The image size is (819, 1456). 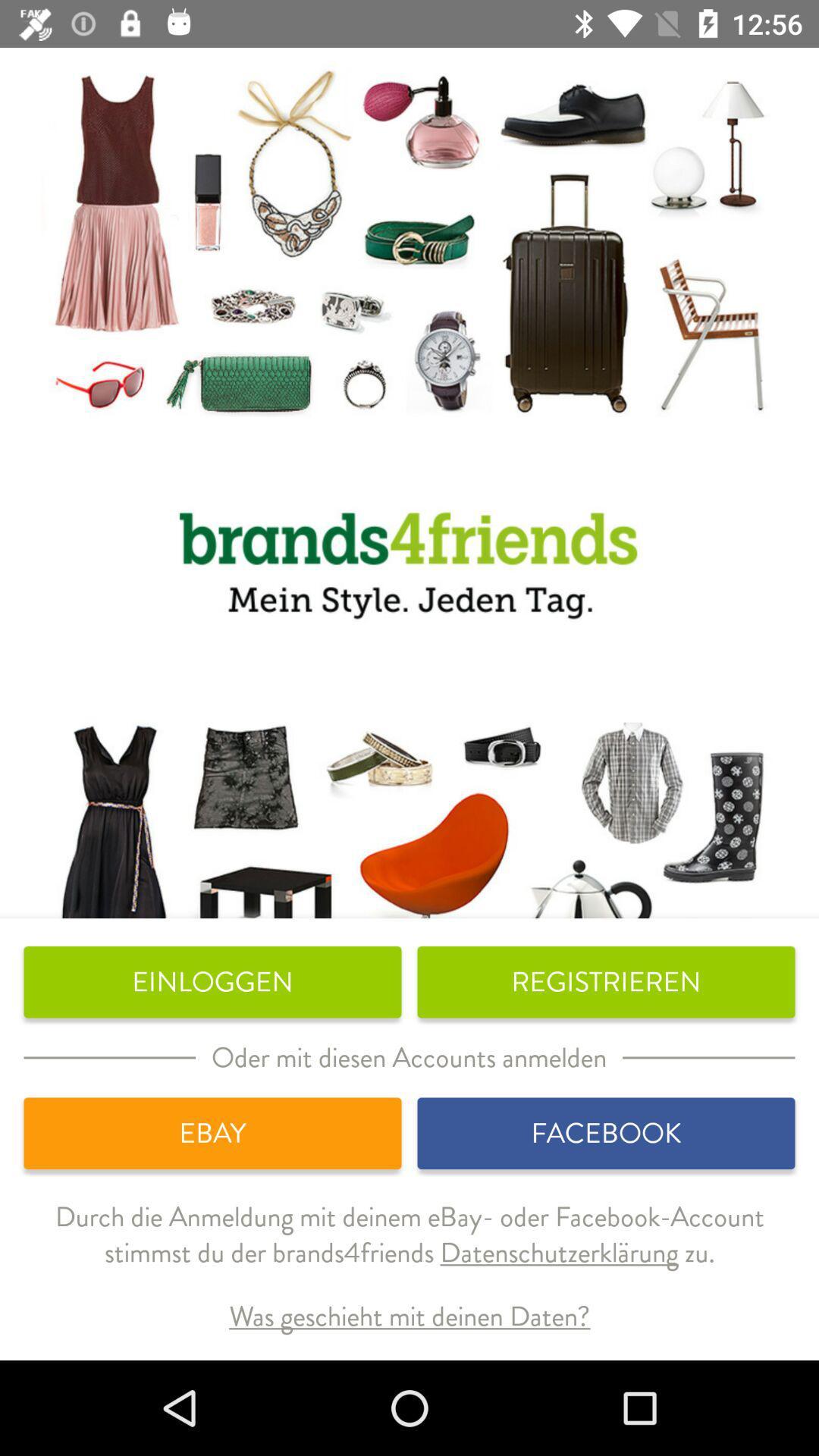 I want to click on item above the oder mit diesen, so click(x=212, y=982).